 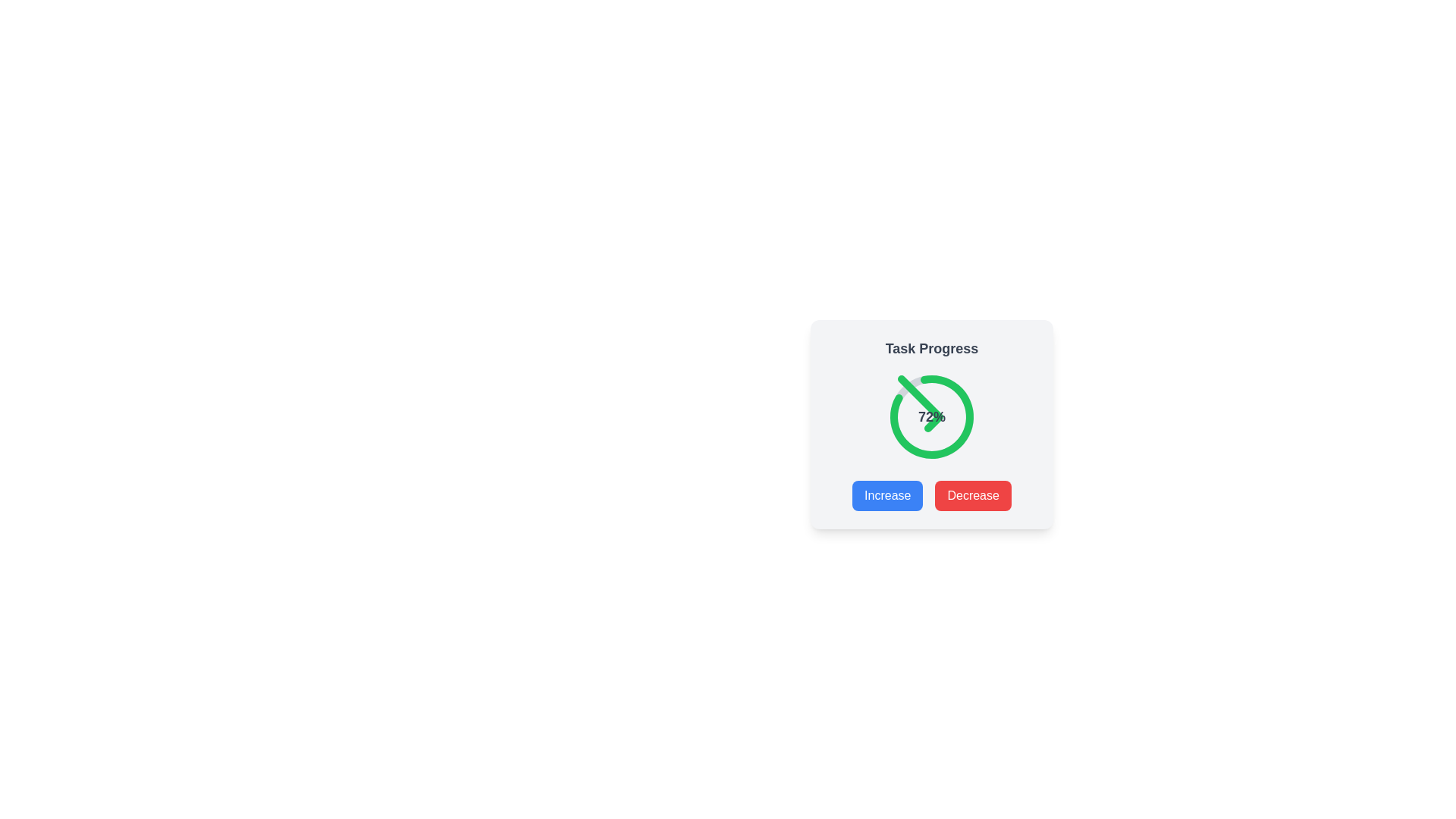 I want to click on the Circular Progress Bar displaying a progress status of 72%, located within the 'Task Progress' card component, so click(x=930, y=417).